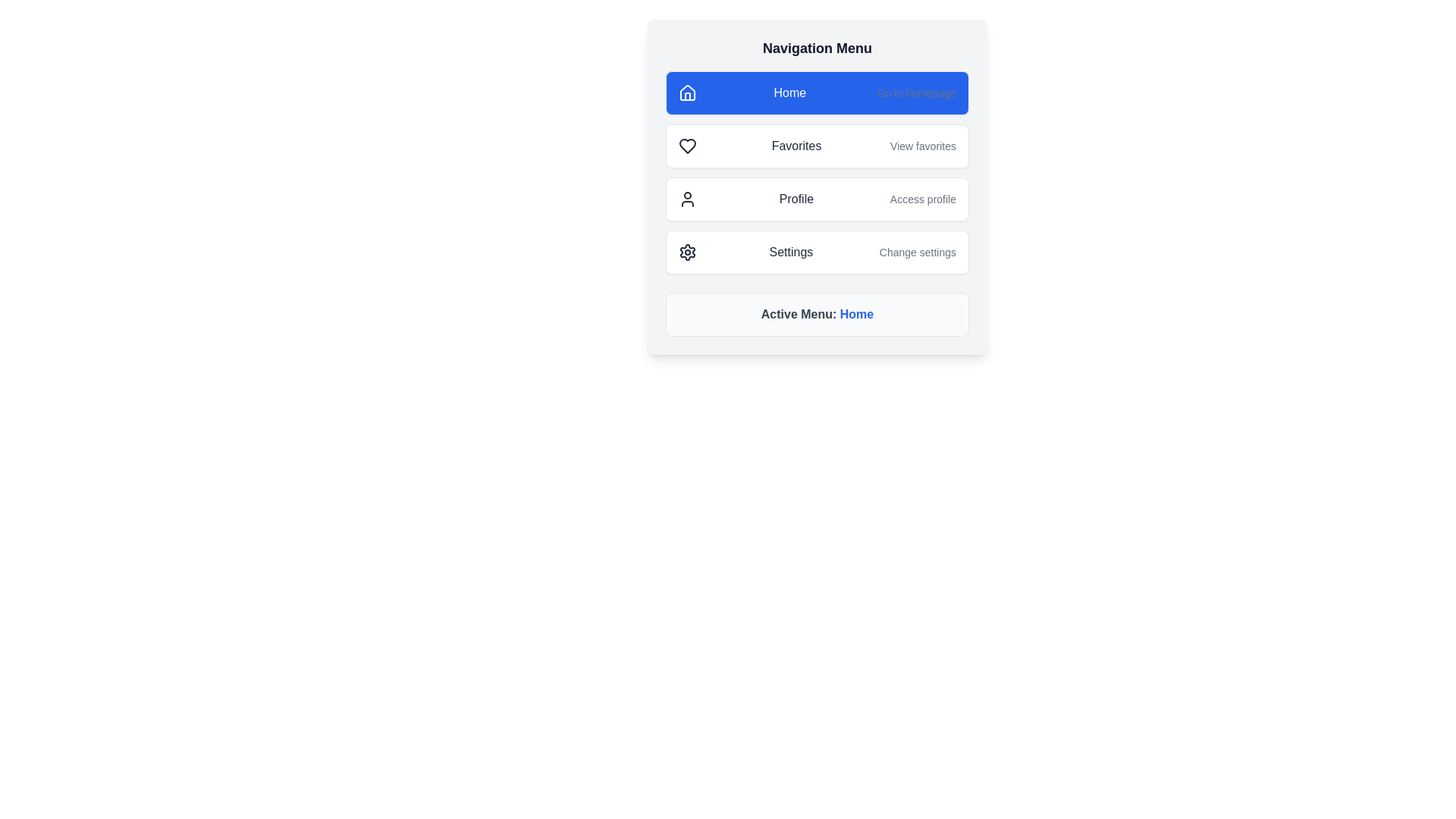 The height and width of the screenshot is (819, 1456). I want to click on the third button-like navigation menu entry for accessing the profile section of the application, so click(817, 198).